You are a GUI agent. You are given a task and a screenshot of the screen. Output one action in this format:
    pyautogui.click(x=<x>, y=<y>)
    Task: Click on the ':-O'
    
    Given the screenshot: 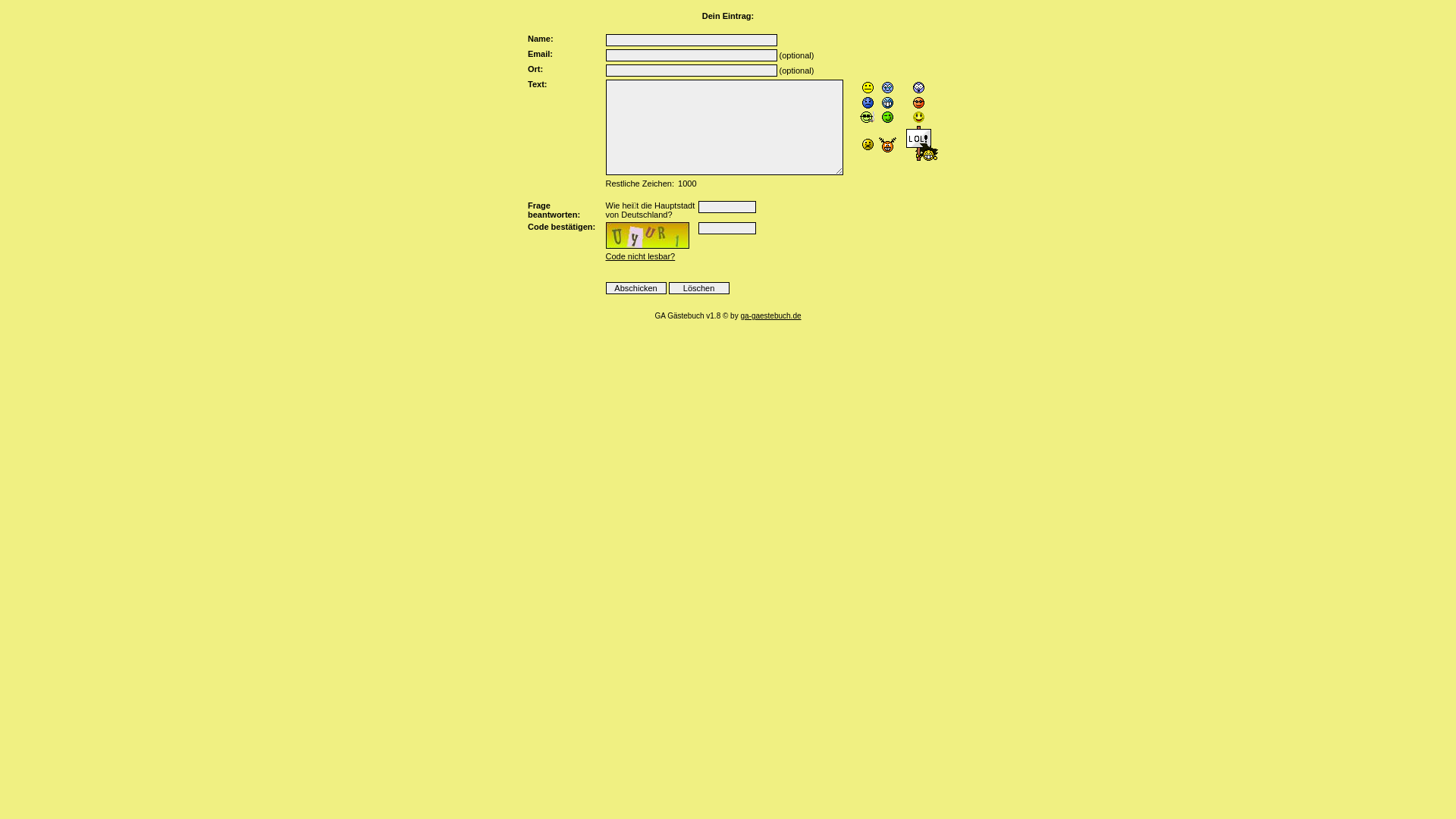 What is the action you would take?
    pyautogui.click(x=918, y=87)
    